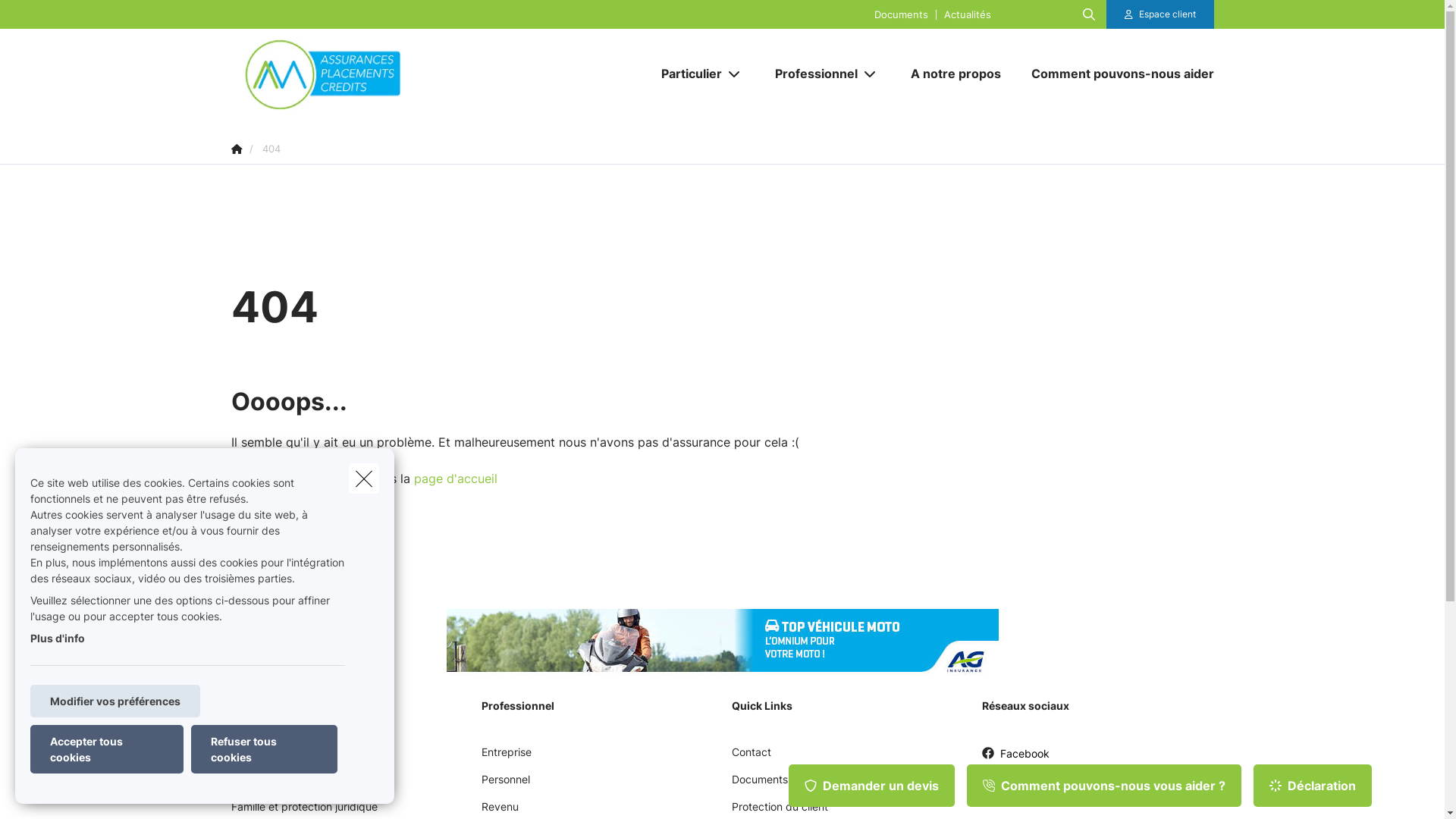 The width and height of the screenshot is (1456, 819). I want to click on 'A notre propos', so click(895, 73).